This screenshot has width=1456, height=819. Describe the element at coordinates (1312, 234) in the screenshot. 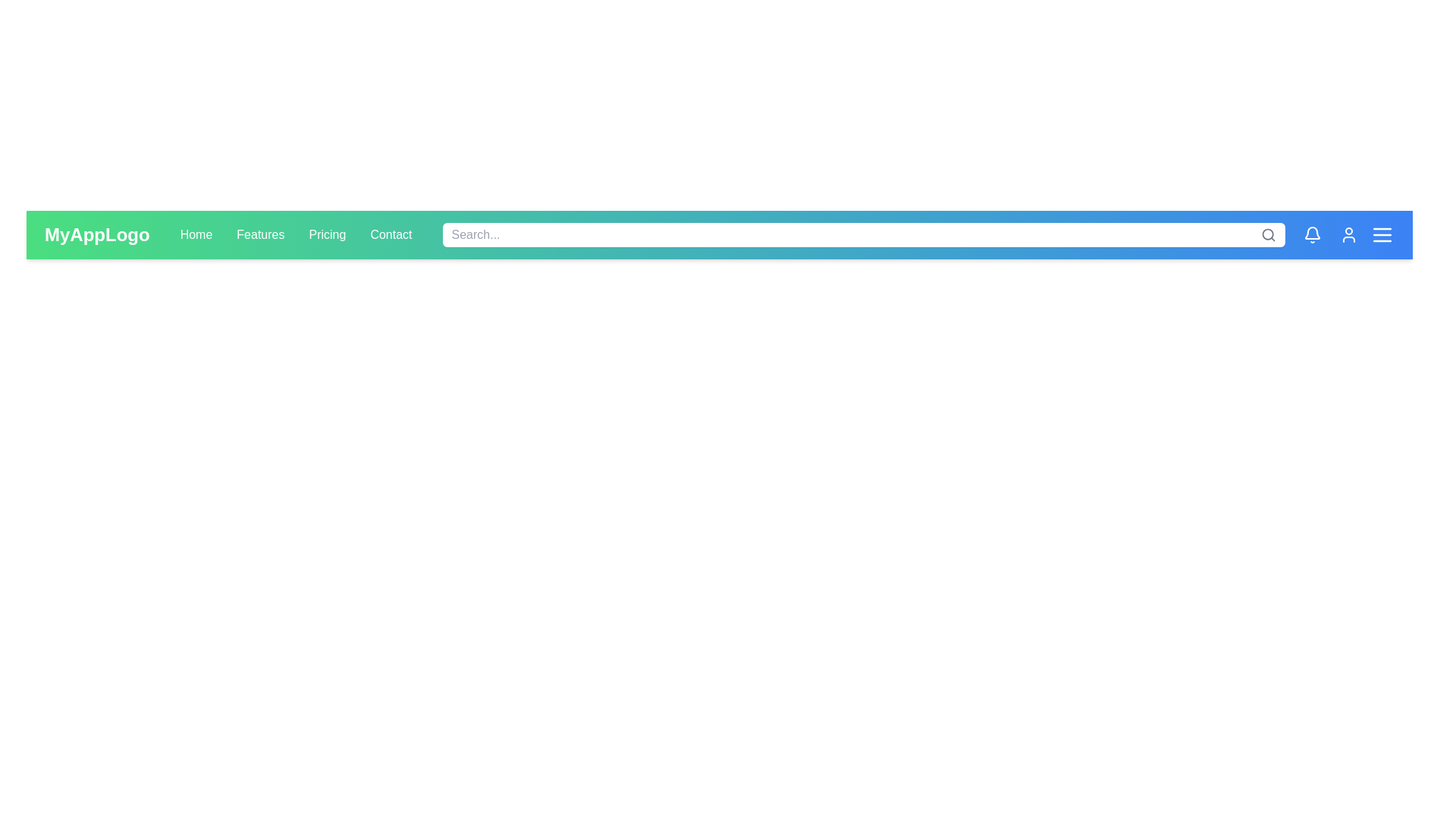

I see `the bell icon located on the right side of the navigation bar, positioned between the search bar and the user profile icon` at that location.